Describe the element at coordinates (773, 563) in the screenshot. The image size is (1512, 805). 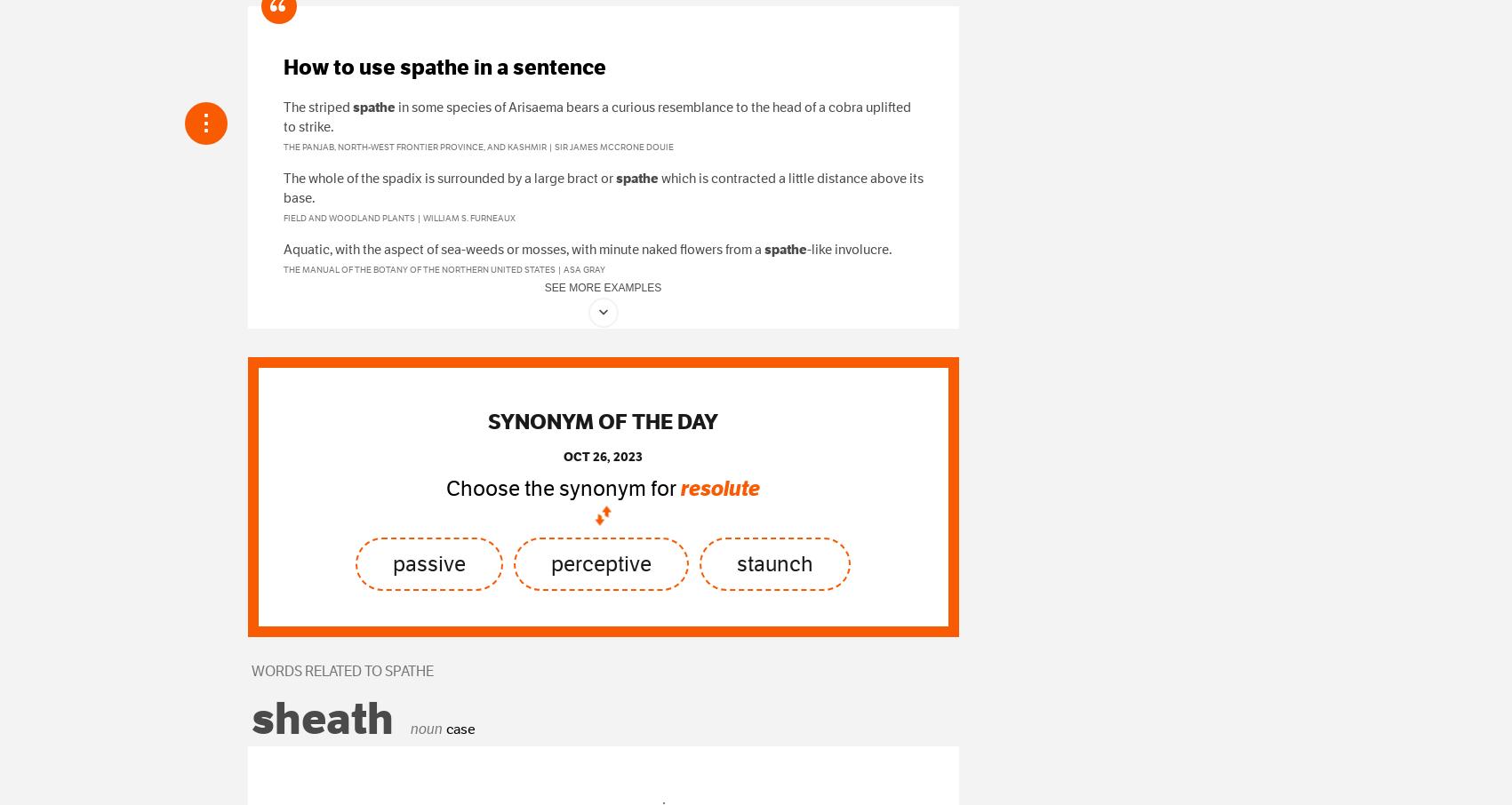
I see `'staunch'` at that location.